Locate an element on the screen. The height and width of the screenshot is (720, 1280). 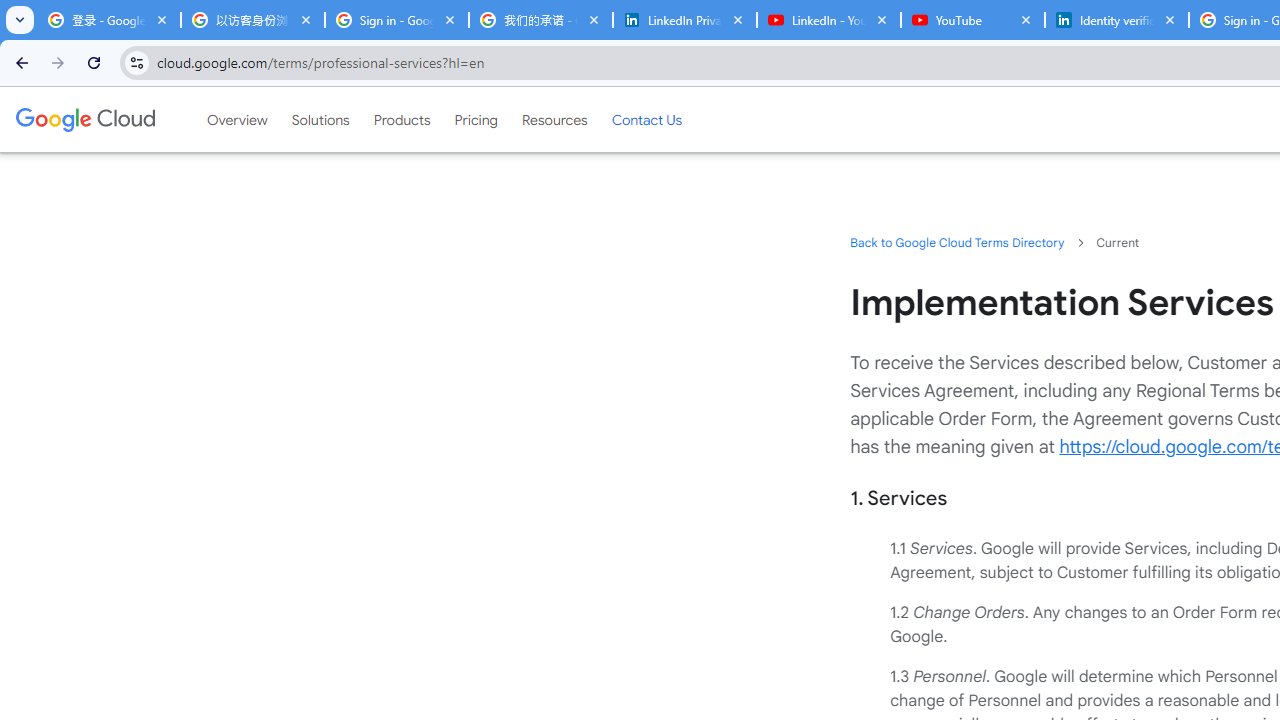
'LinkedIn Privacy Policy' is located at coordinates (684, 20).